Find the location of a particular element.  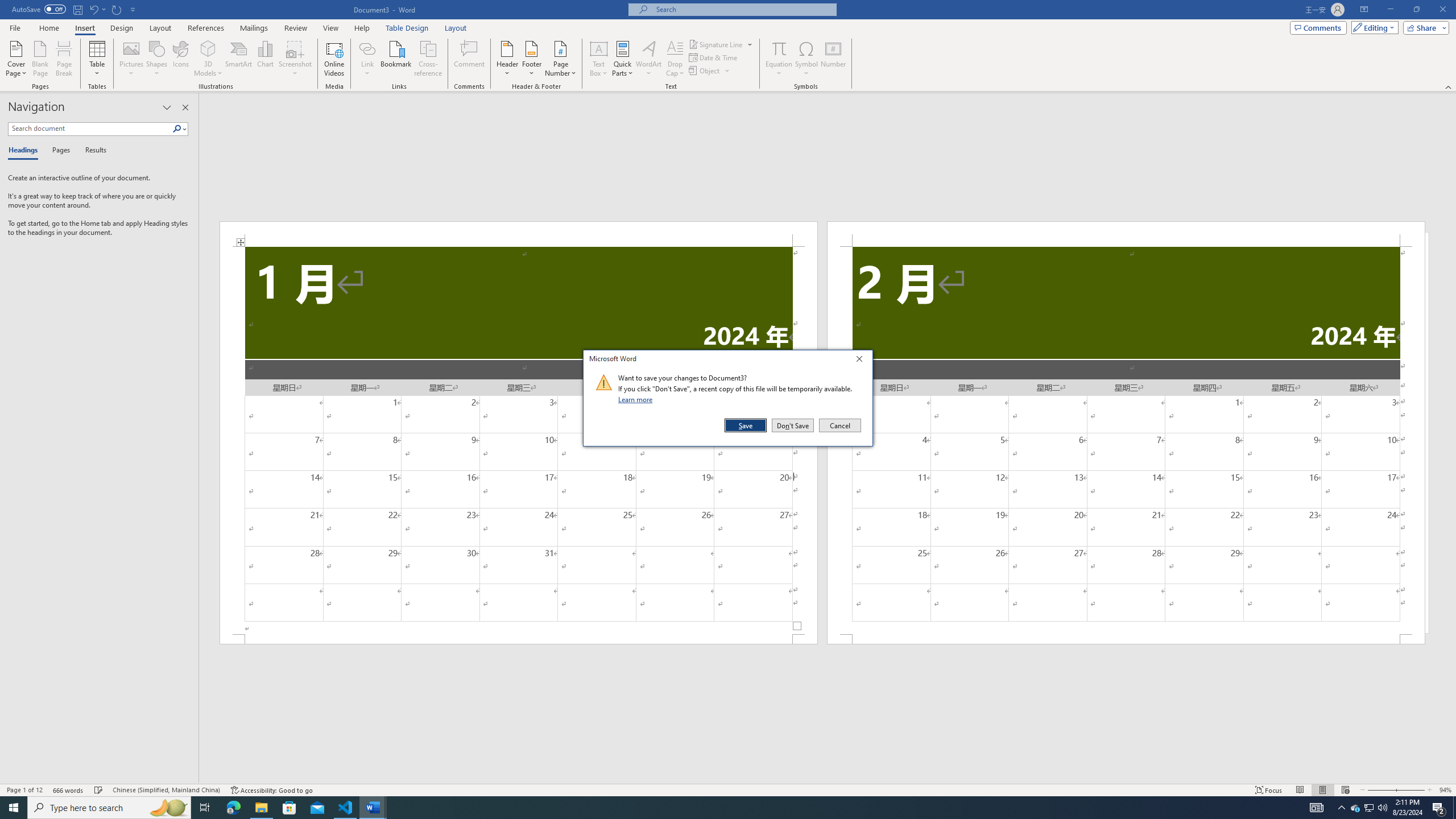

'3D Models' is located at coordinates (208, 59).